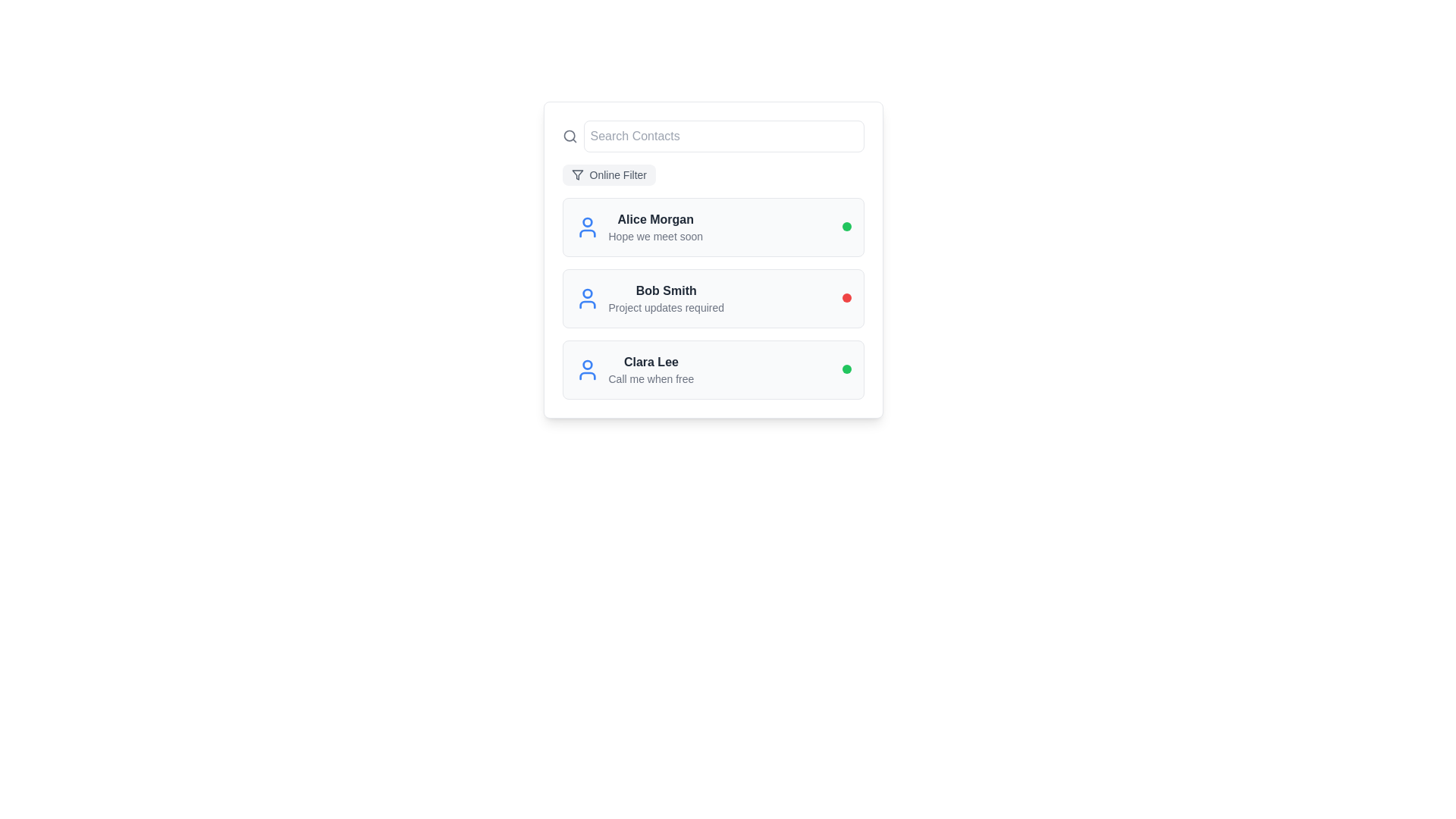  Describe the element at coordinates (649, 298) in the screenshot. I see `the contact entry for Bob Smith` at that location.